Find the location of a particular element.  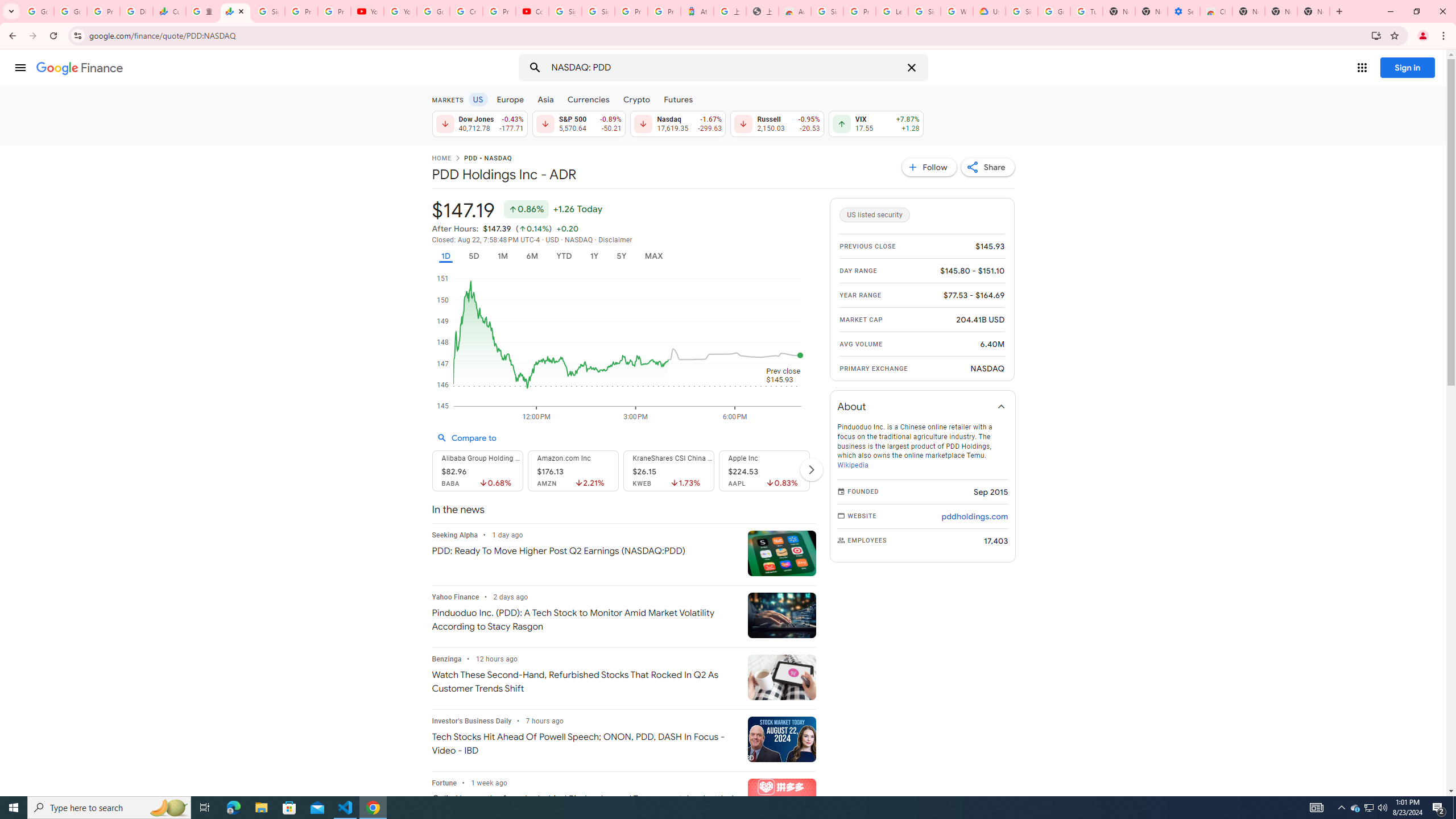

'6M' is located at coordinates (531, 255).